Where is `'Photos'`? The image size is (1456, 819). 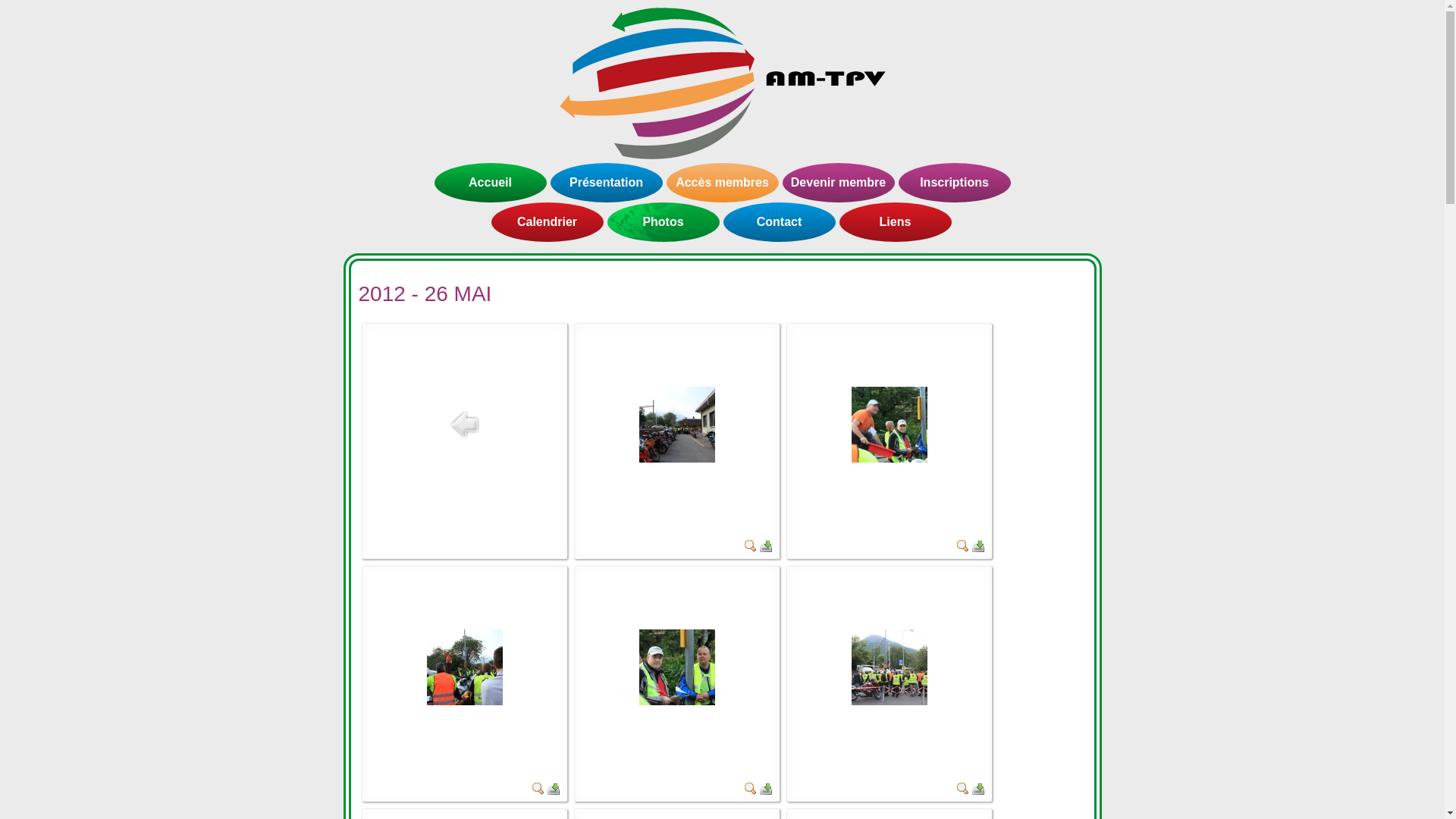 'Photos' is located at coordinates (662, 222).